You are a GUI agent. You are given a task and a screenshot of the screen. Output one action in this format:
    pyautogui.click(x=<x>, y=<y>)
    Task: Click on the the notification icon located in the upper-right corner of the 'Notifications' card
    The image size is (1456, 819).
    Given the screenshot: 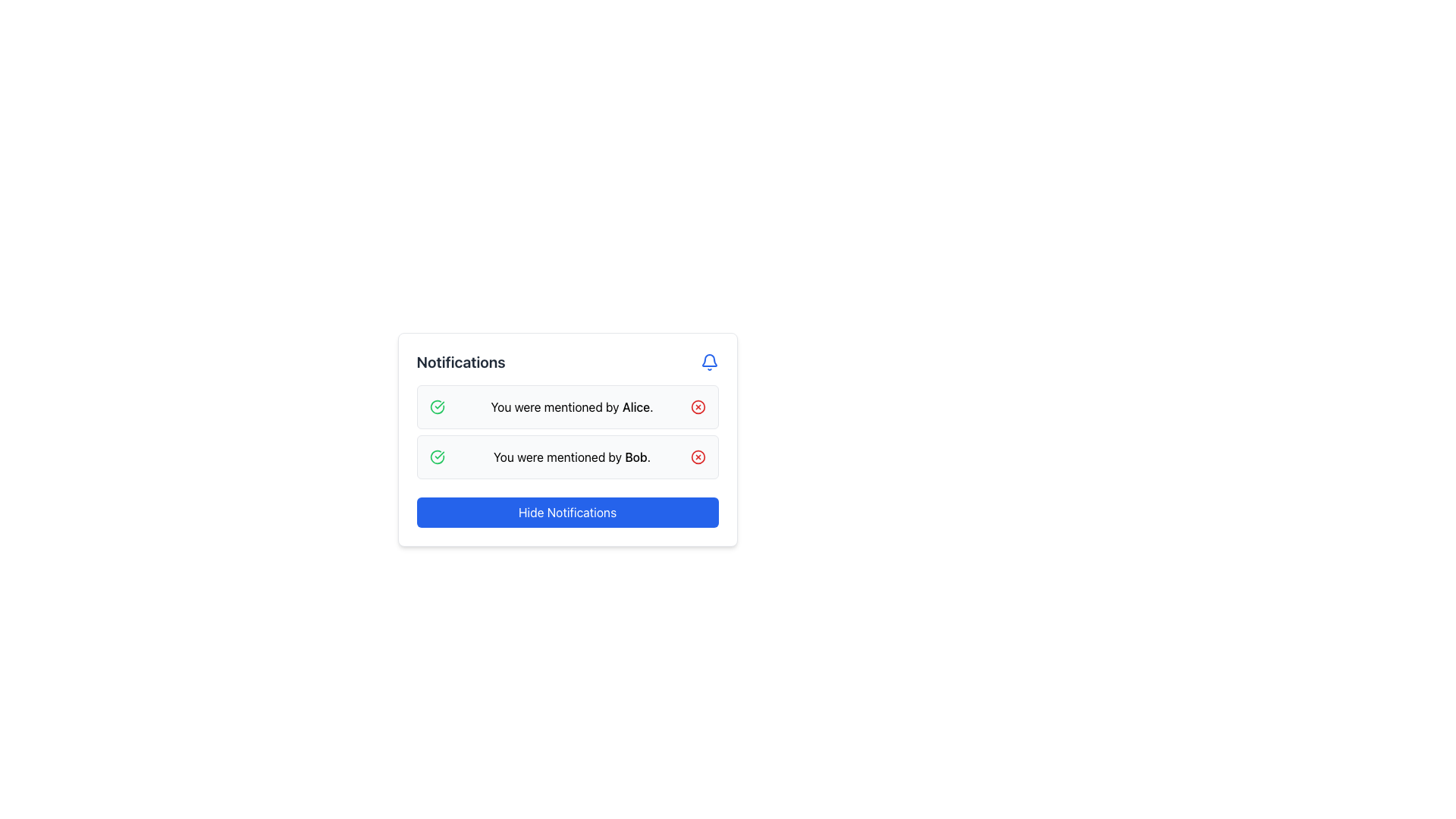 What is the action you would take?
    pyautogui.click(x=708, y=362)
    